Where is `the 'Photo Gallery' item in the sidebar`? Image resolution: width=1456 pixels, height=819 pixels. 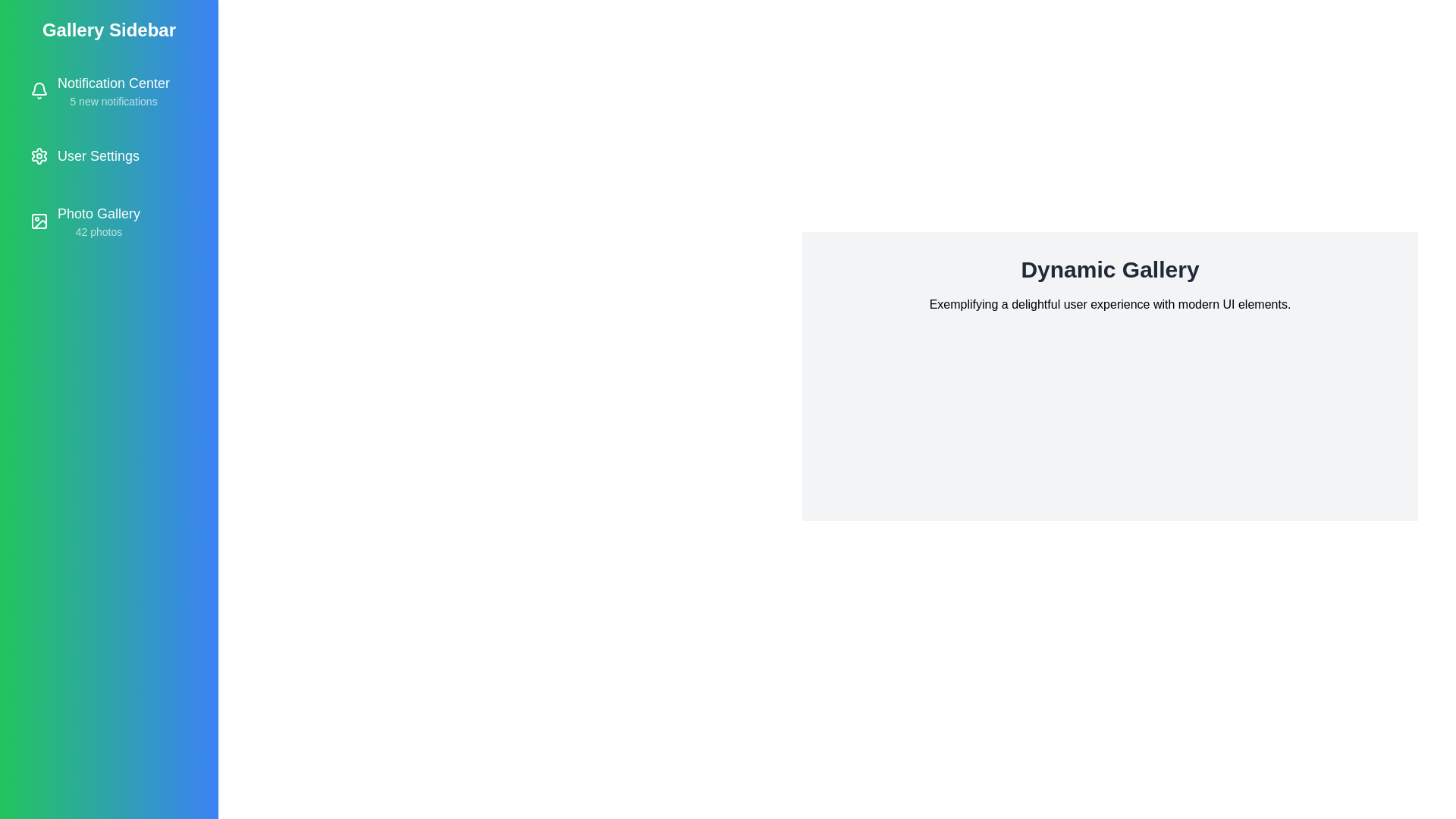 the 'Photo Gallery' item in the sidebar is located at coordinates (108, 221).